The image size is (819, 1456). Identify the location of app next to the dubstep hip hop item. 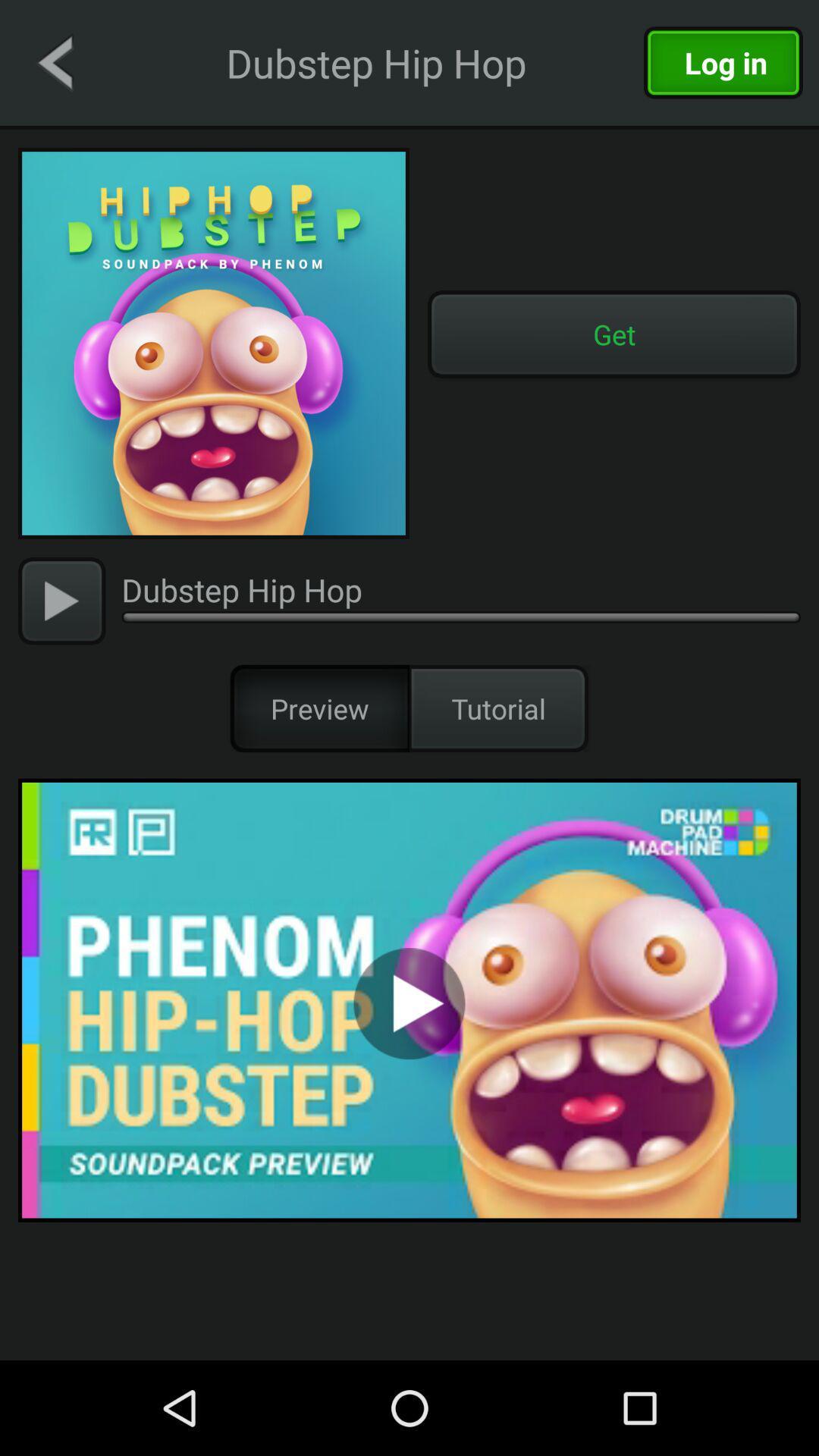
(54, 61).